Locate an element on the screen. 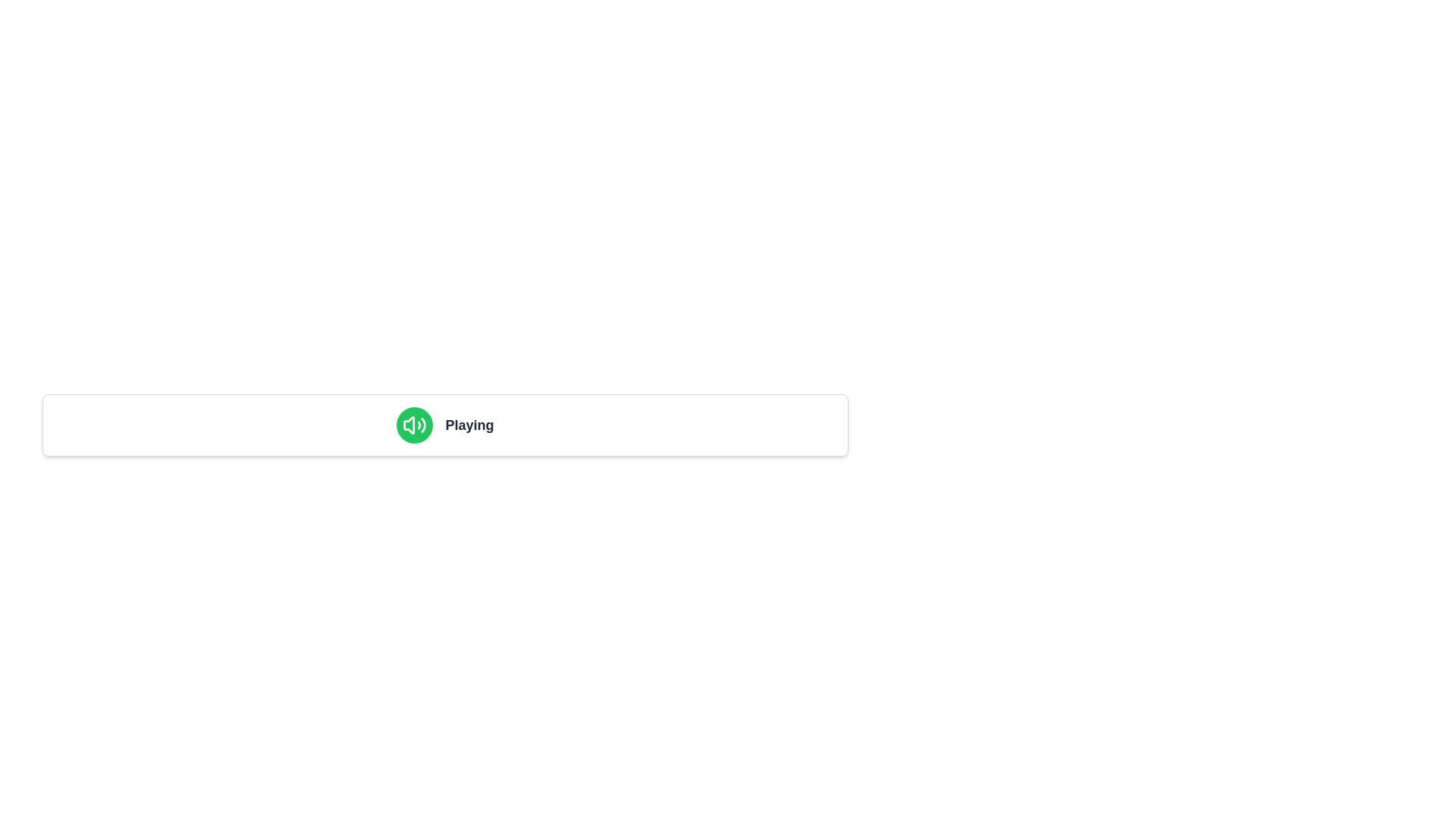 This screenshot has height=819, width=1456. the white speaker icon with curved sound waves located centrally within the green circular button is located at coordinates (415, 425).